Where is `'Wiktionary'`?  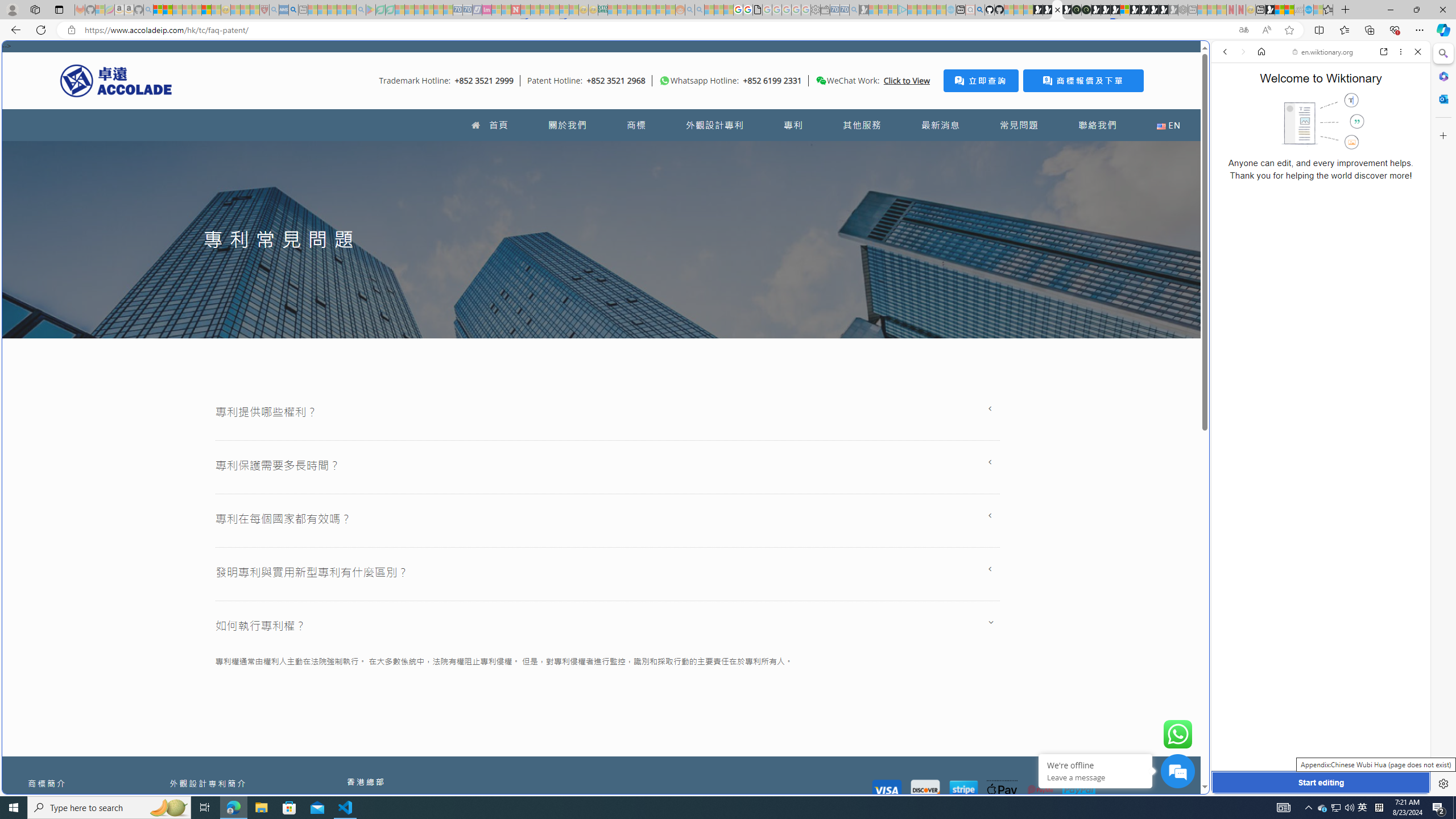
'Wiktionary' is located at coordinates (1316, 380).